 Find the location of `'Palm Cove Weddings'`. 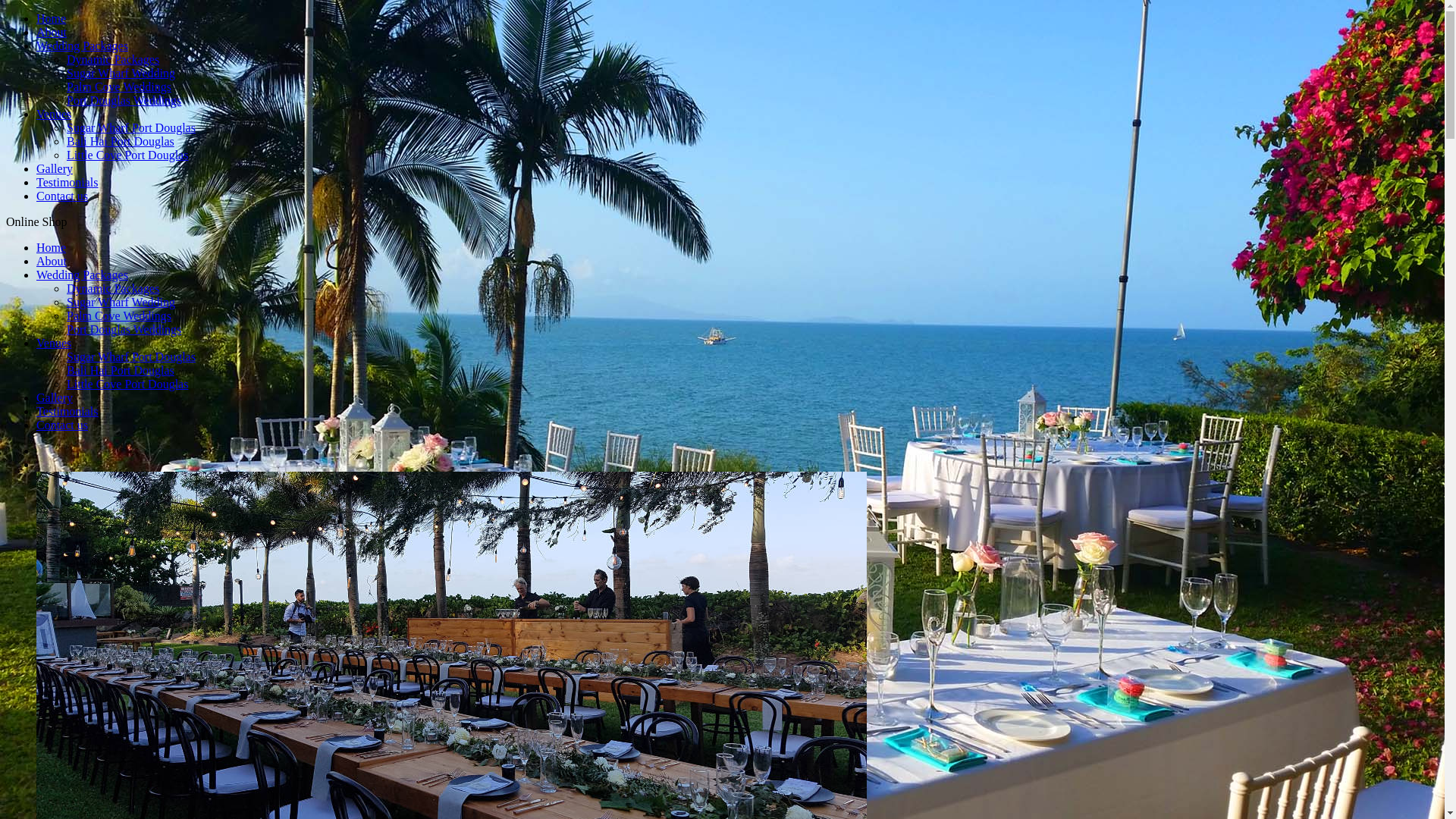

'Palm Cove Weddings' is located at coordinates (118, 315).